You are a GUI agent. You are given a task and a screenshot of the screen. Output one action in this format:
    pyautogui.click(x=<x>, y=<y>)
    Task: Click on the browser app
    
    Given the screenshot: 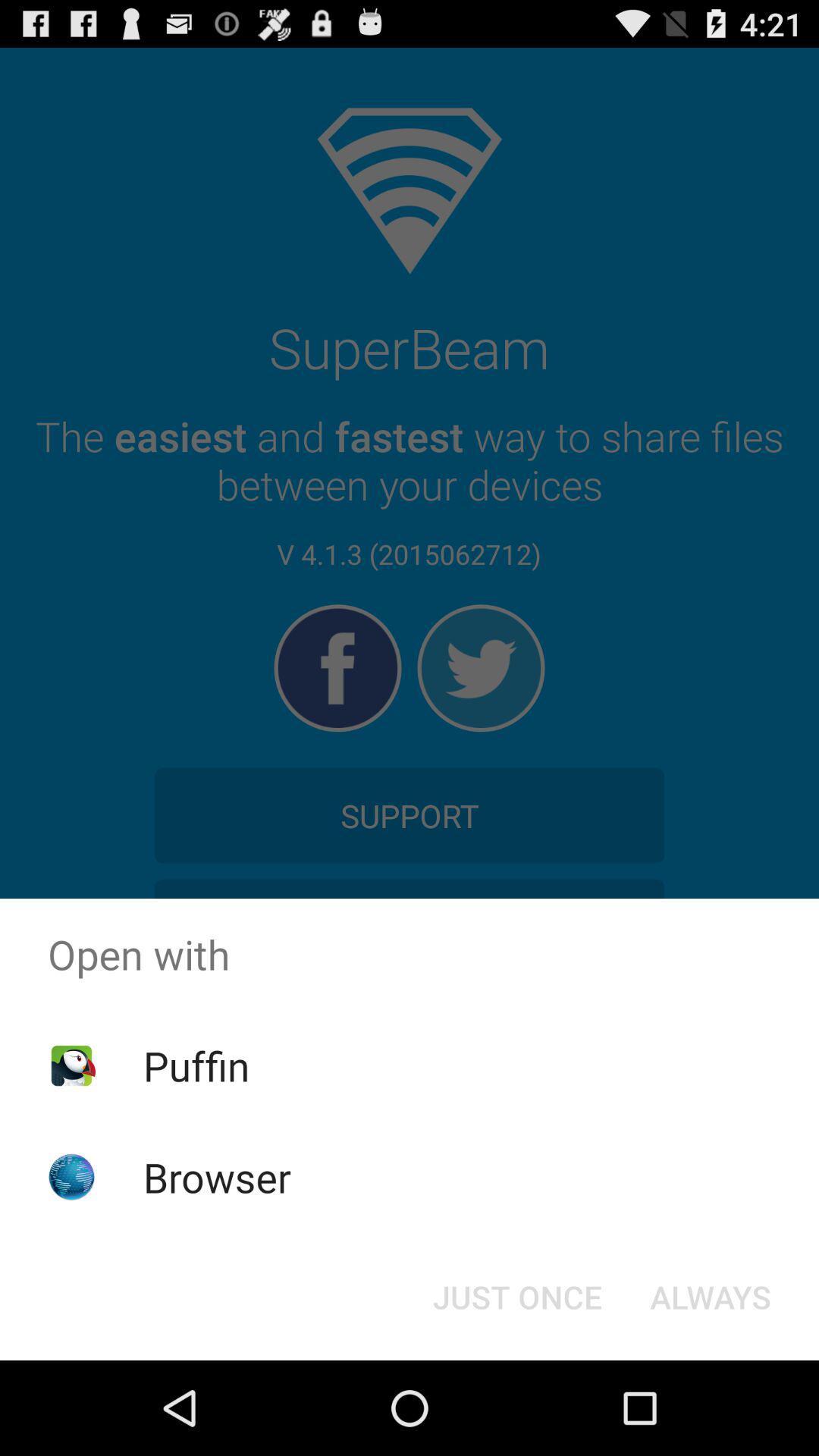 What is the action you would take?
    pyautogui.click(x=217, y=1176)
    